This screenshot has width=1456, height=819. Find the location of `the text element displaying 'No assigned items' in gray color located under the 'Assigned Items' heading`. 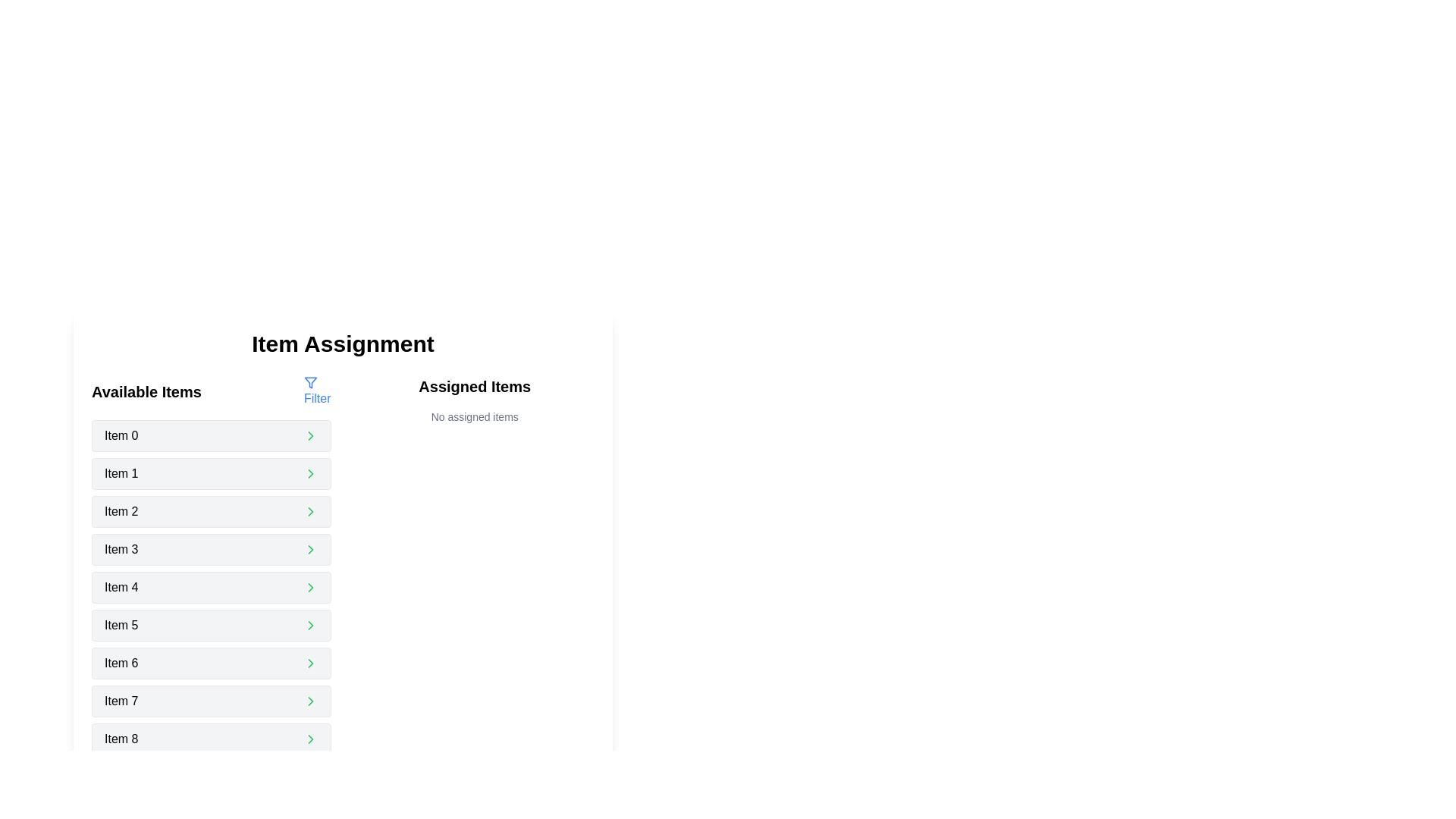

the text element displaying 'No assigned items' in gray color located under the 'Assigned Items' heading is located at coordinates (474, 417).